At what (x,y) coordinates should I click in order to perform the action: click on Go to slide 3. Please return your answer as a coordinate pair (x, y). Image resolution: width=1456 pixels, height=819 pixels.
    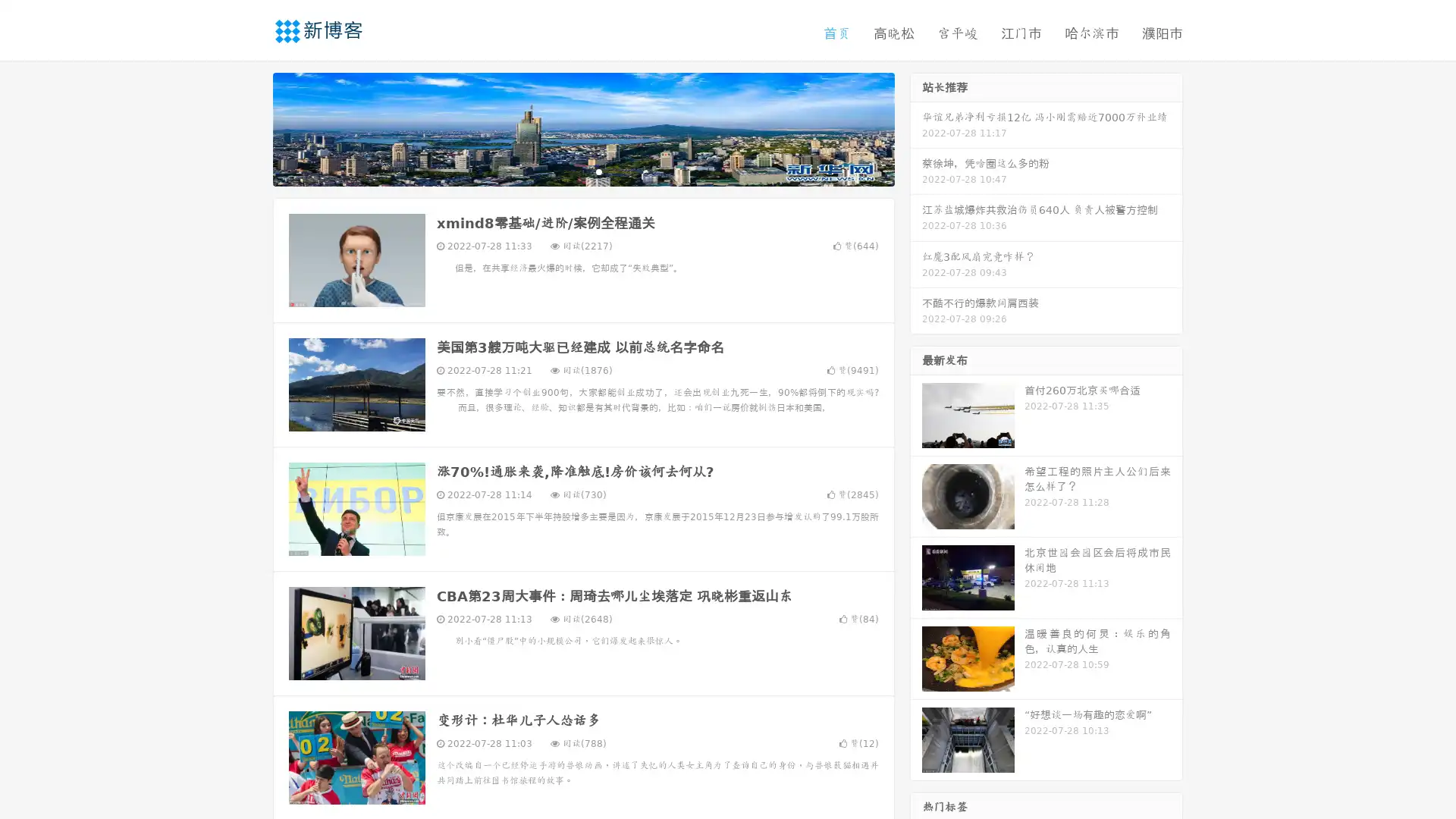
    Looking at the image, I should click on (598, 171).